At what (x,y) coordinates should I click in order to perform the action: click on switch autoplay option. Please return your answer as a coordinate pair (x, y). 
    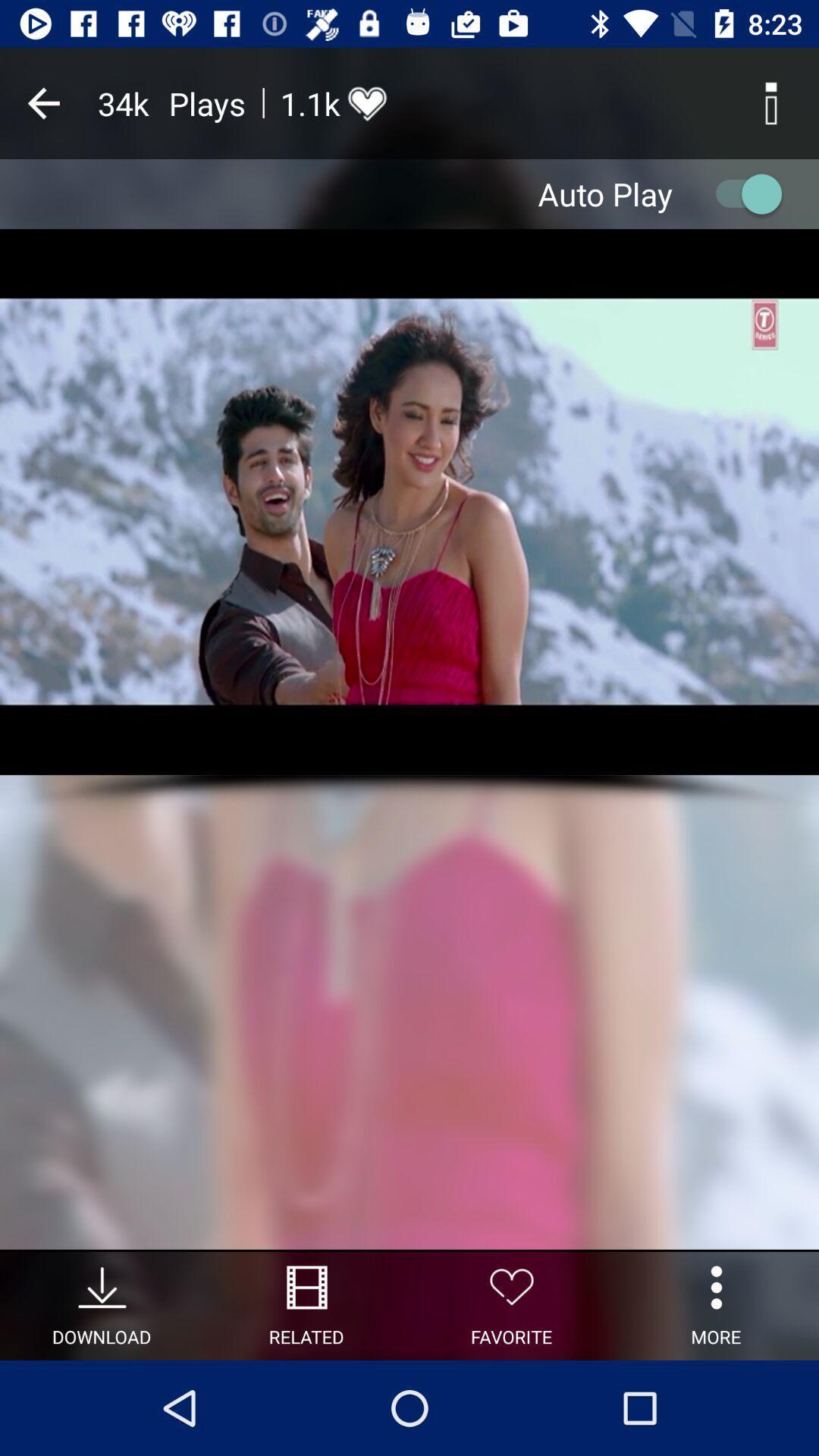
    Looking at the image, I should click on (741, 193).